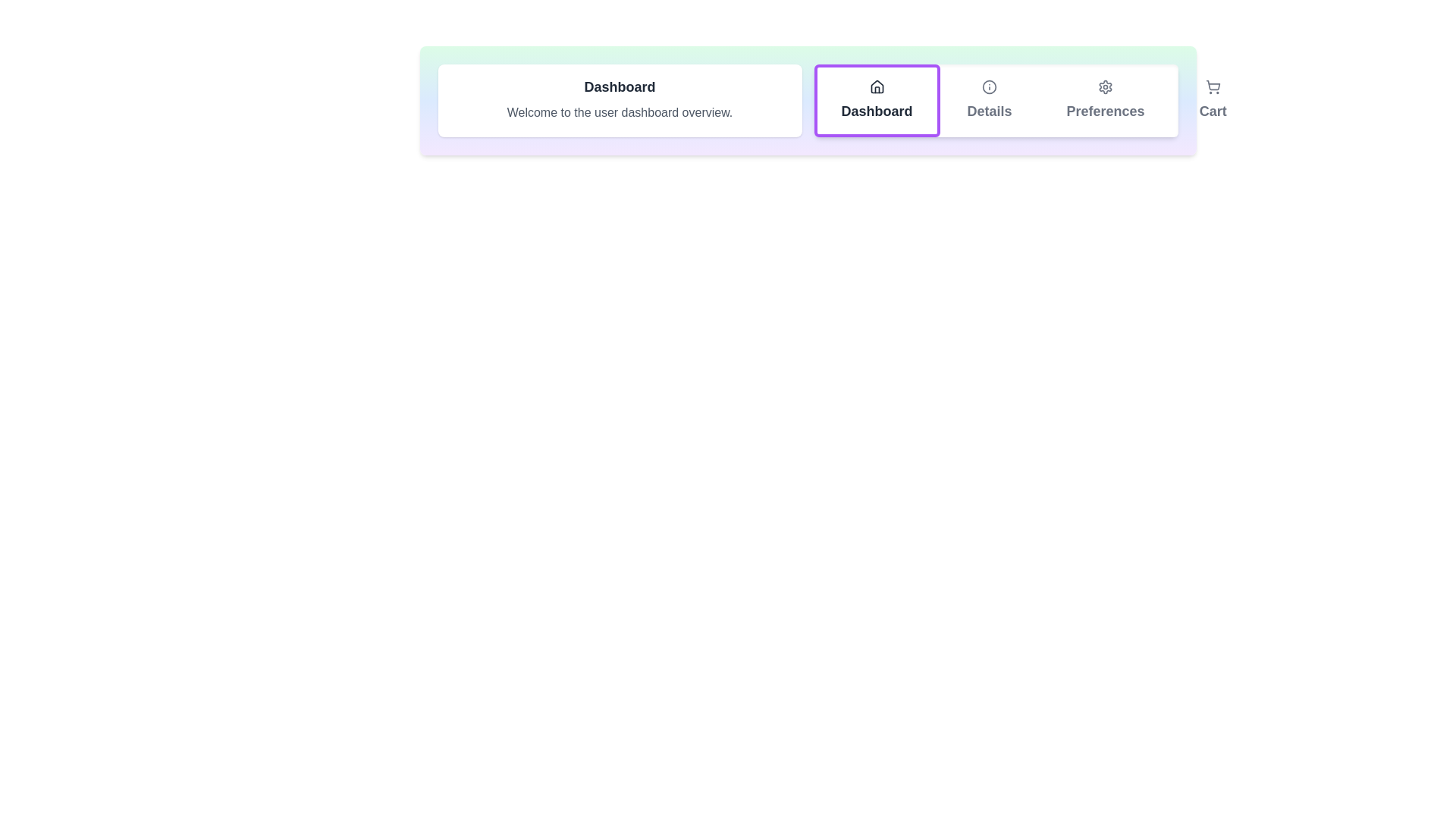 The image size is (1456, 819). What do you see at coordinates (1106, 100) in the screenshot?
I see `the tab corresponding to Preferences` at bounding box center [1106, 100].